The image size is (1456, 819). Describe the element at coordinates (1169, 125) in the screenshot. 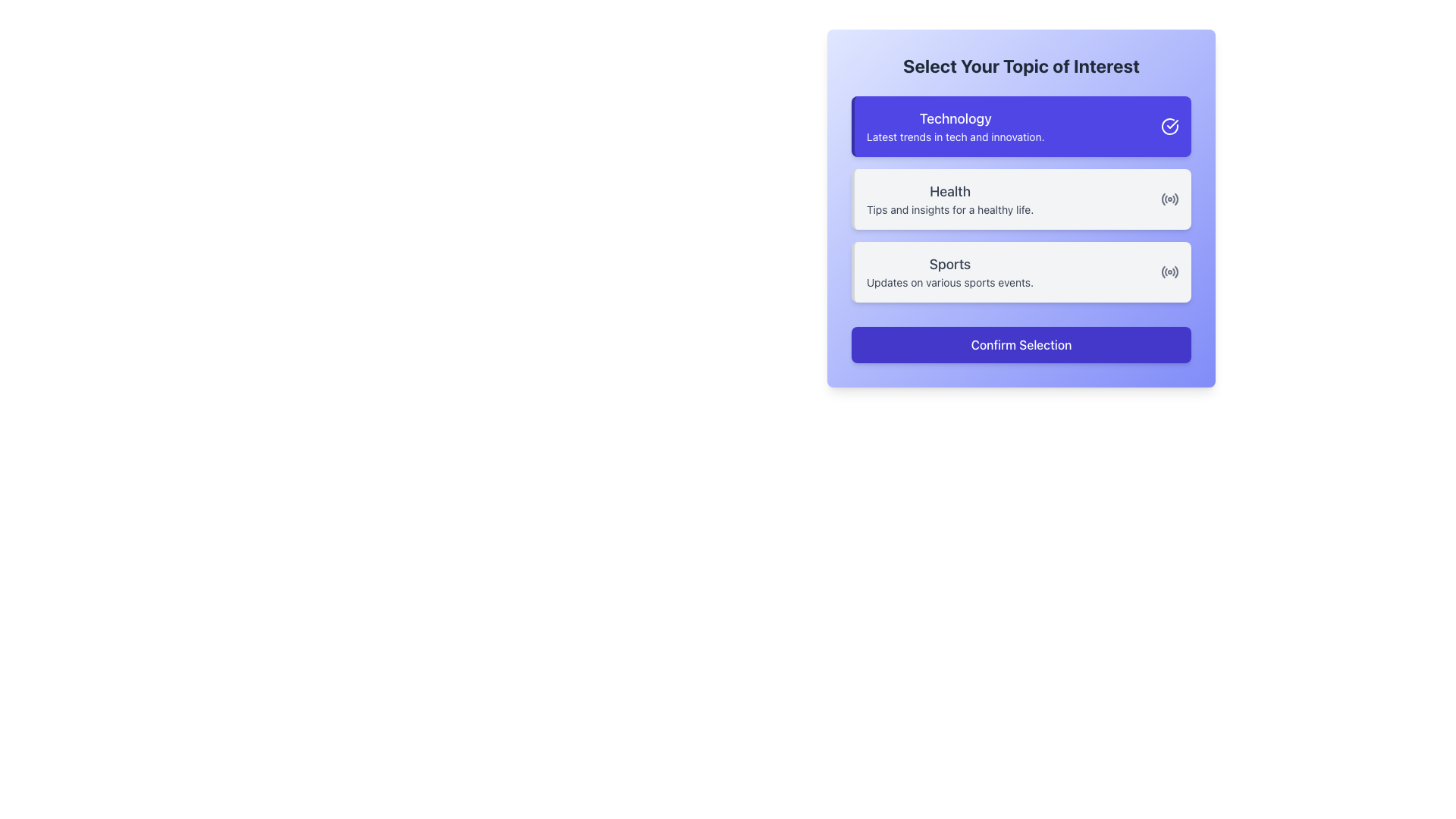

I see `SVG structure of the checkmark icon indicating the selected state of the 'Technology' option in the modal dialog` at that location.